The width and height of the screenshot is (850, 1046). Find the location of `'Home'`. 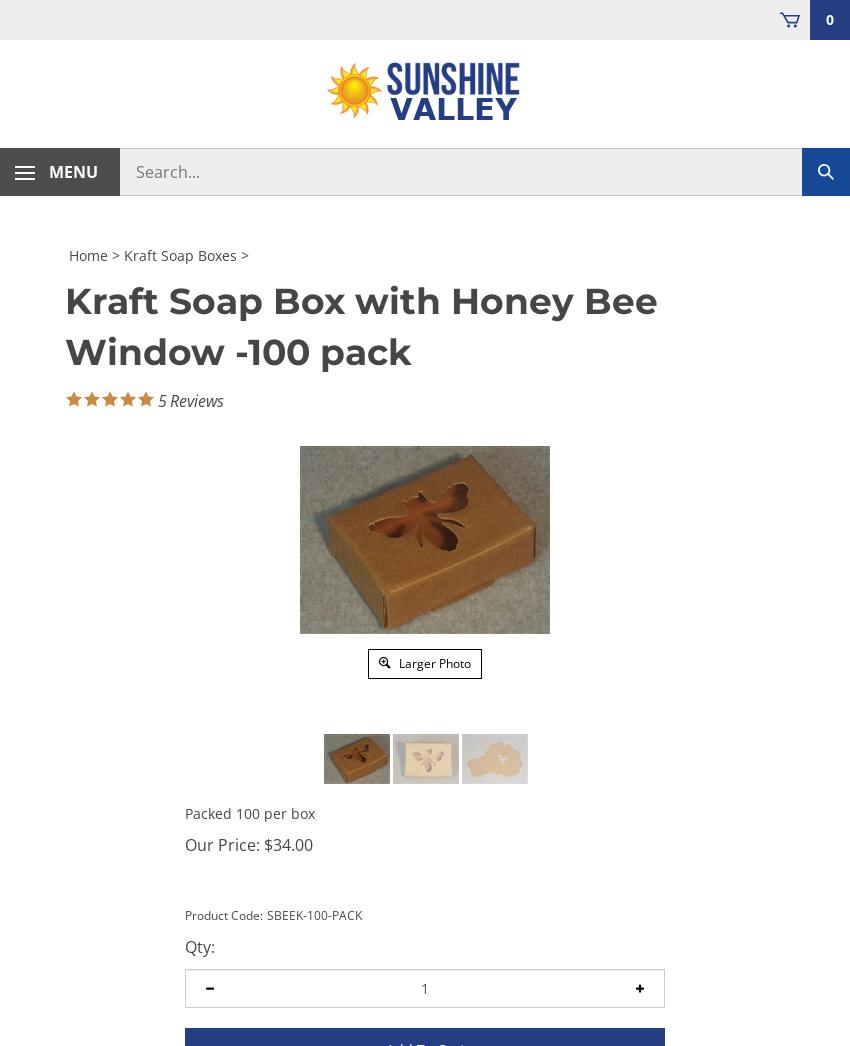

'Home' is located at coordinates (87, 253).